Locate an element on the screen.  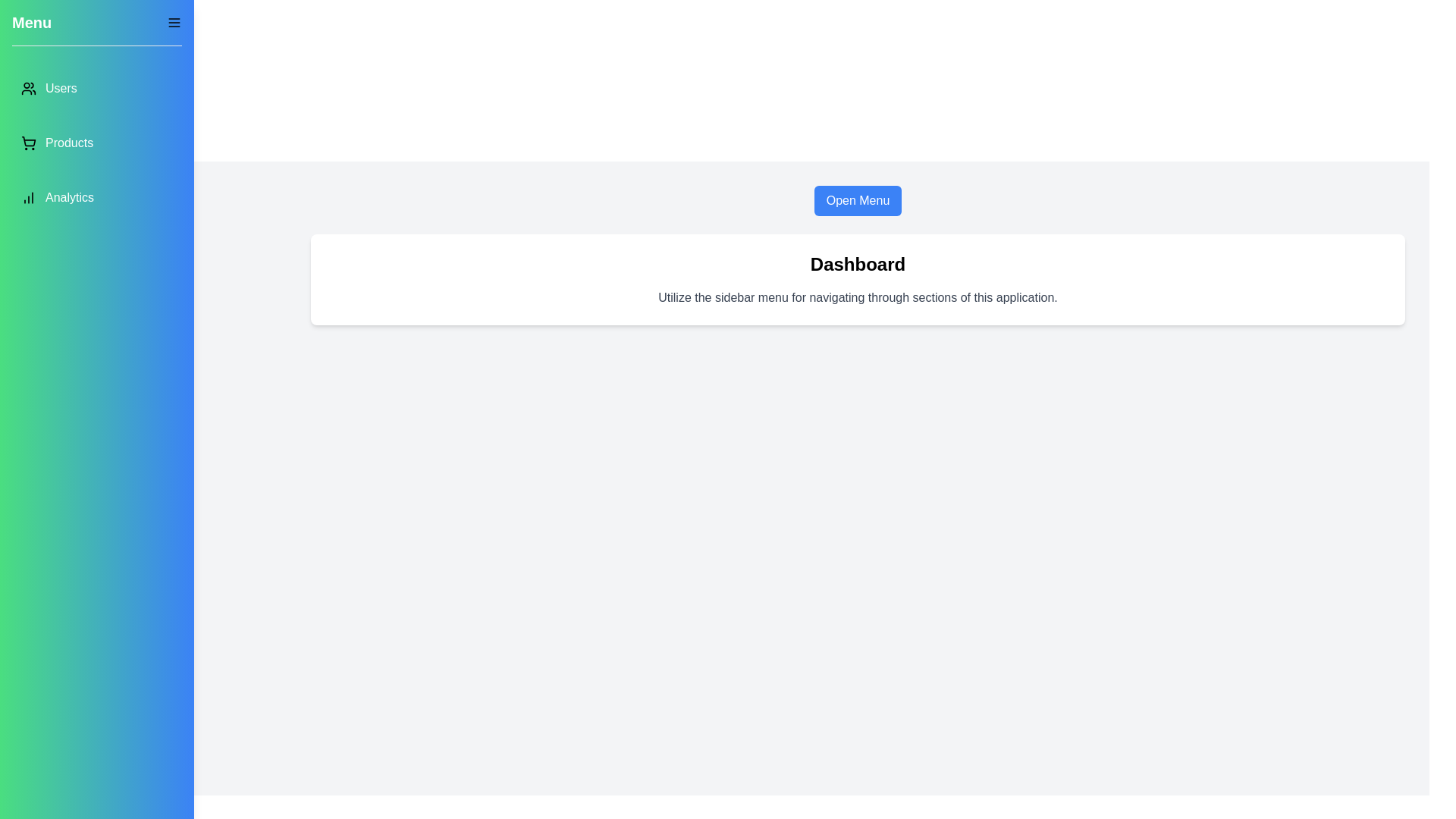
the menu item labeled Analytics to navigate to the respective section is located at coordinates (96, 197).